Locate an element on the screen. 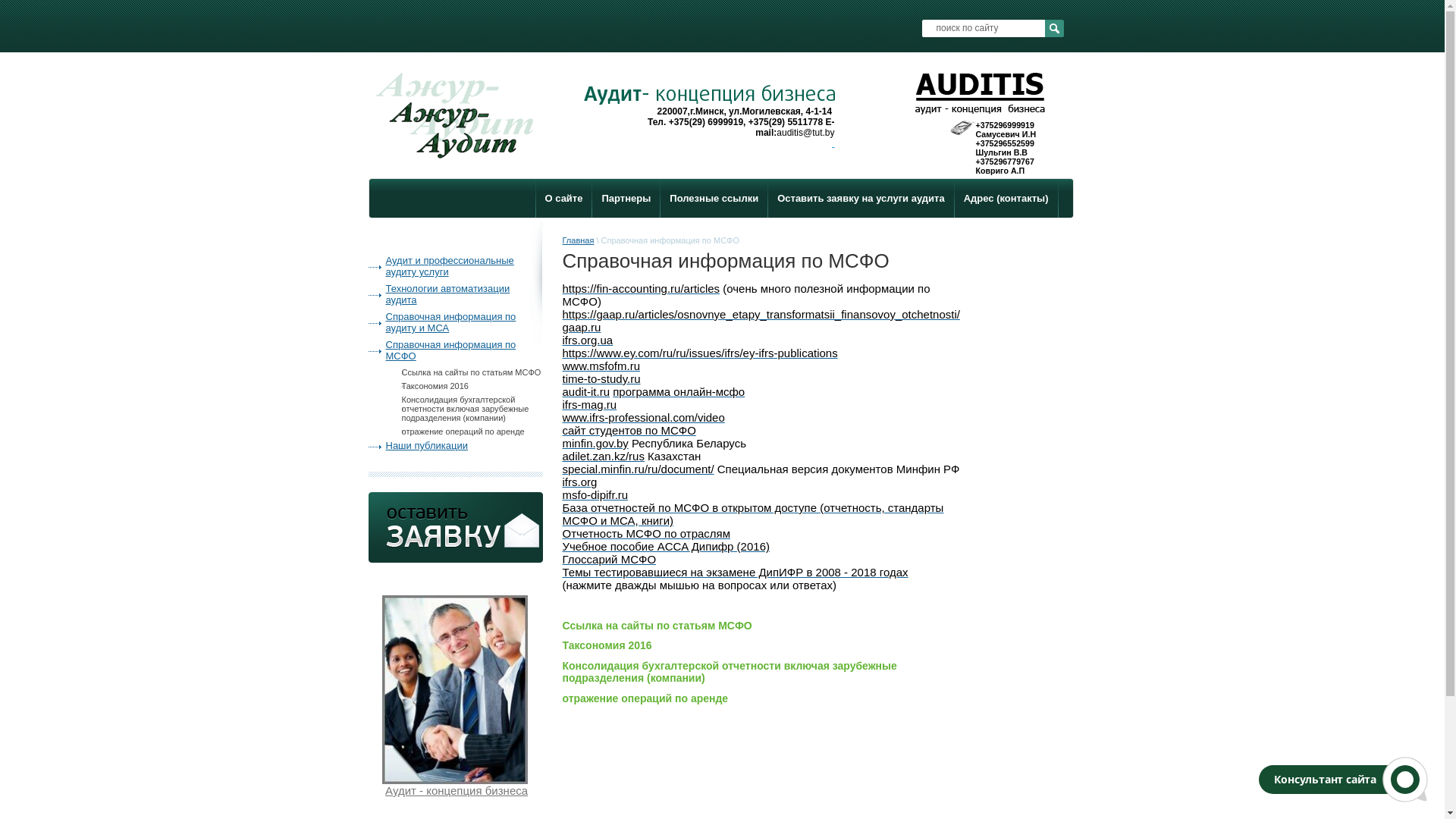 Image resolution: width=1456 pixels, height=819 pixels. 'ifrs-mag.ru' is located at coordinates (588, 403).